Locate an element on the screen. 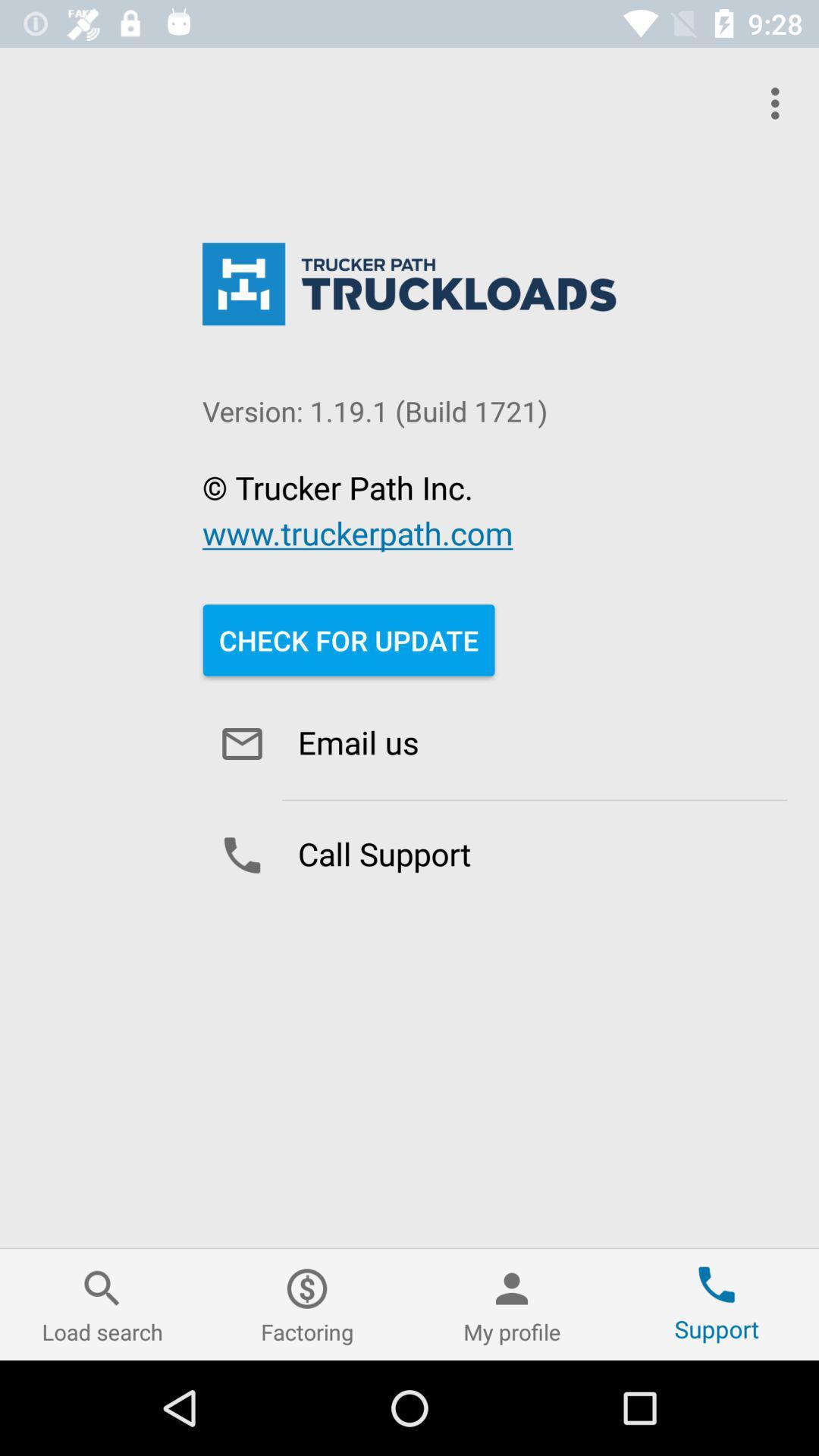 The image size is (819, 1456). item at the top right corner is located at coordinates (779, 102).